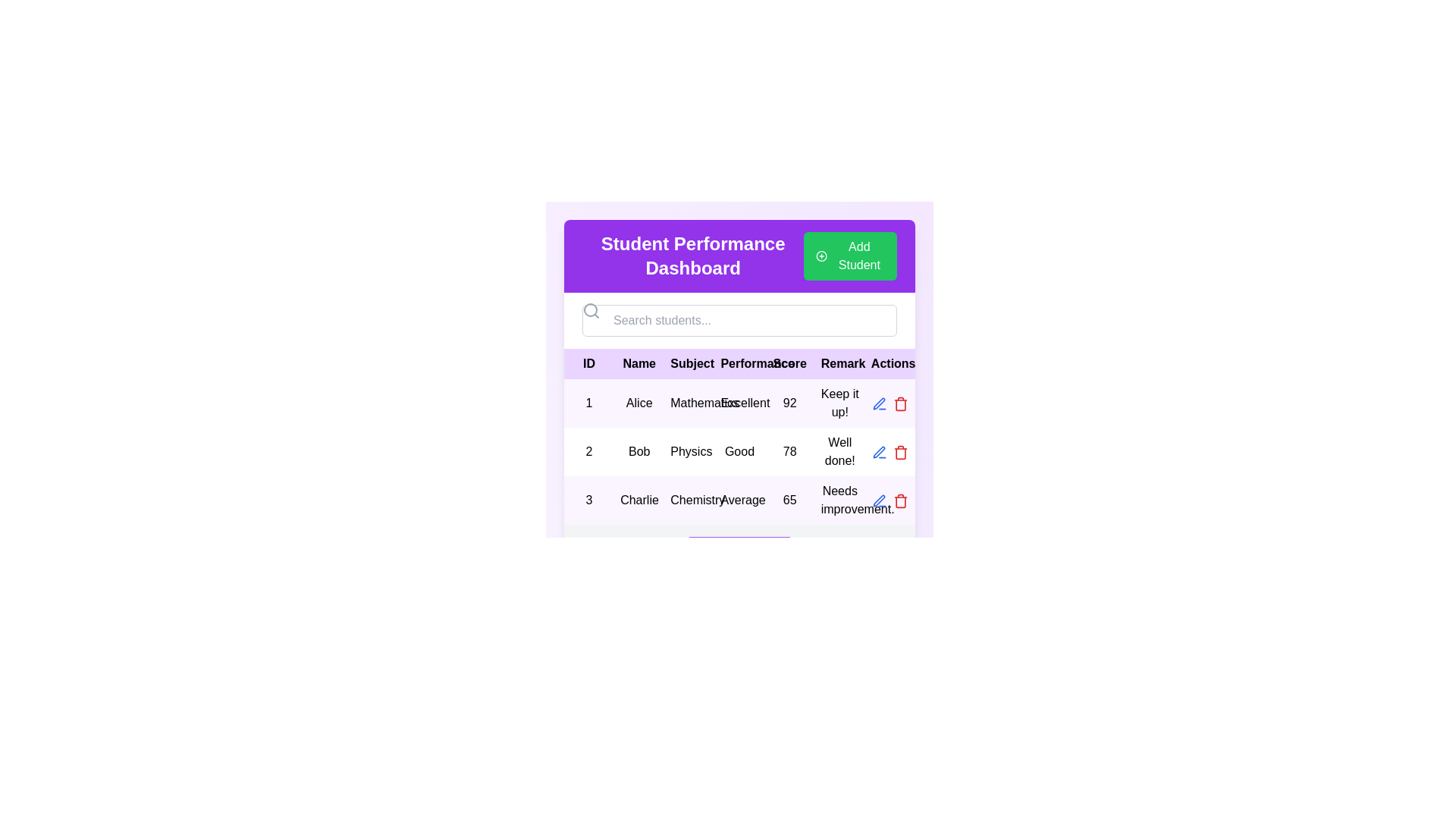 The height and width of the screenshot is (819, 1456). What do you see at coordinates (739, 363) in the screenshot?
I see `text from the Table Header Row which has a purple background and contains labels such as 'ID', 'Name', 'Subject', 'Performance', 'Score', 'Remark', and 'Actions'` at bounding box center [739, 363].